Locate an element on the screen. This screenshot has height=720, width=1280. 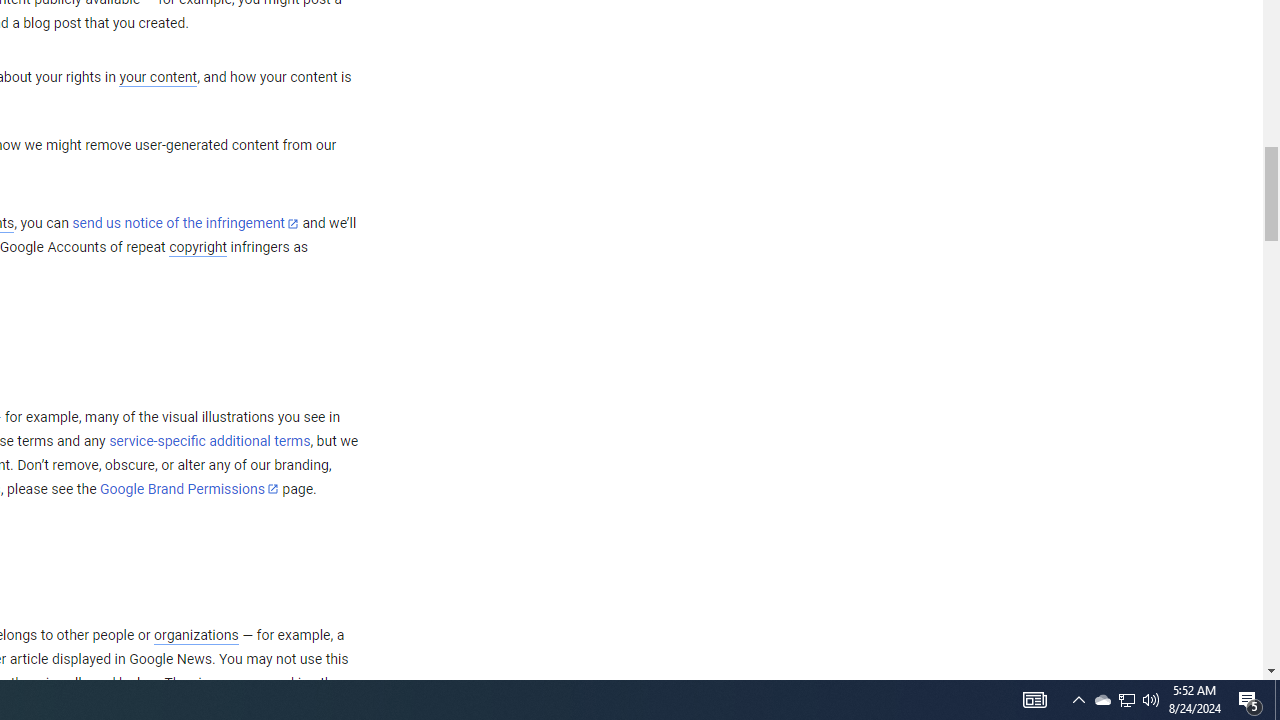
'Google Brand Permissions' is located at coordinates (189, 489).